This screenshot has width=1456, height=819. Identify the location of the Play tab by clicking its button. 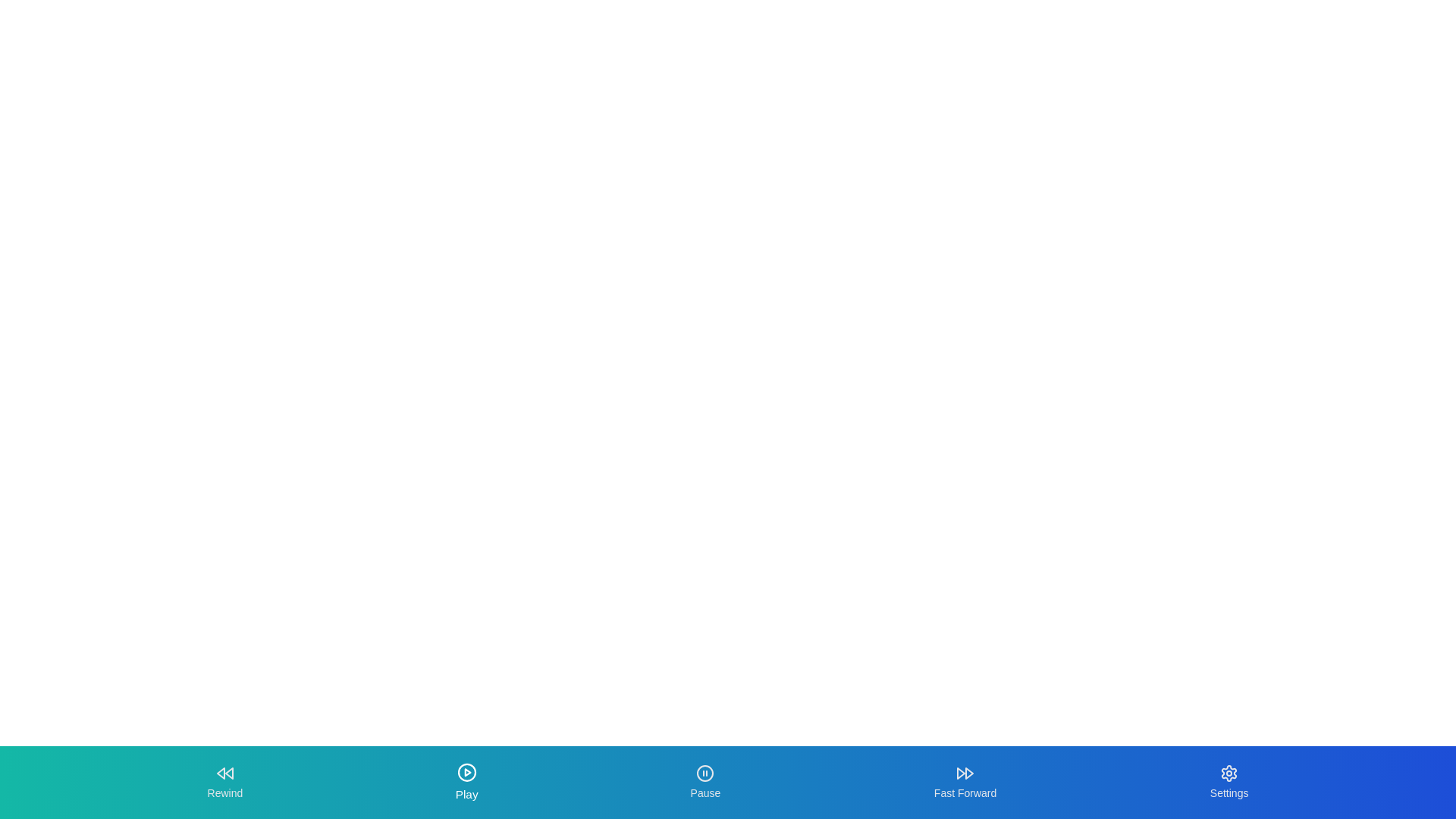
(466, 783).